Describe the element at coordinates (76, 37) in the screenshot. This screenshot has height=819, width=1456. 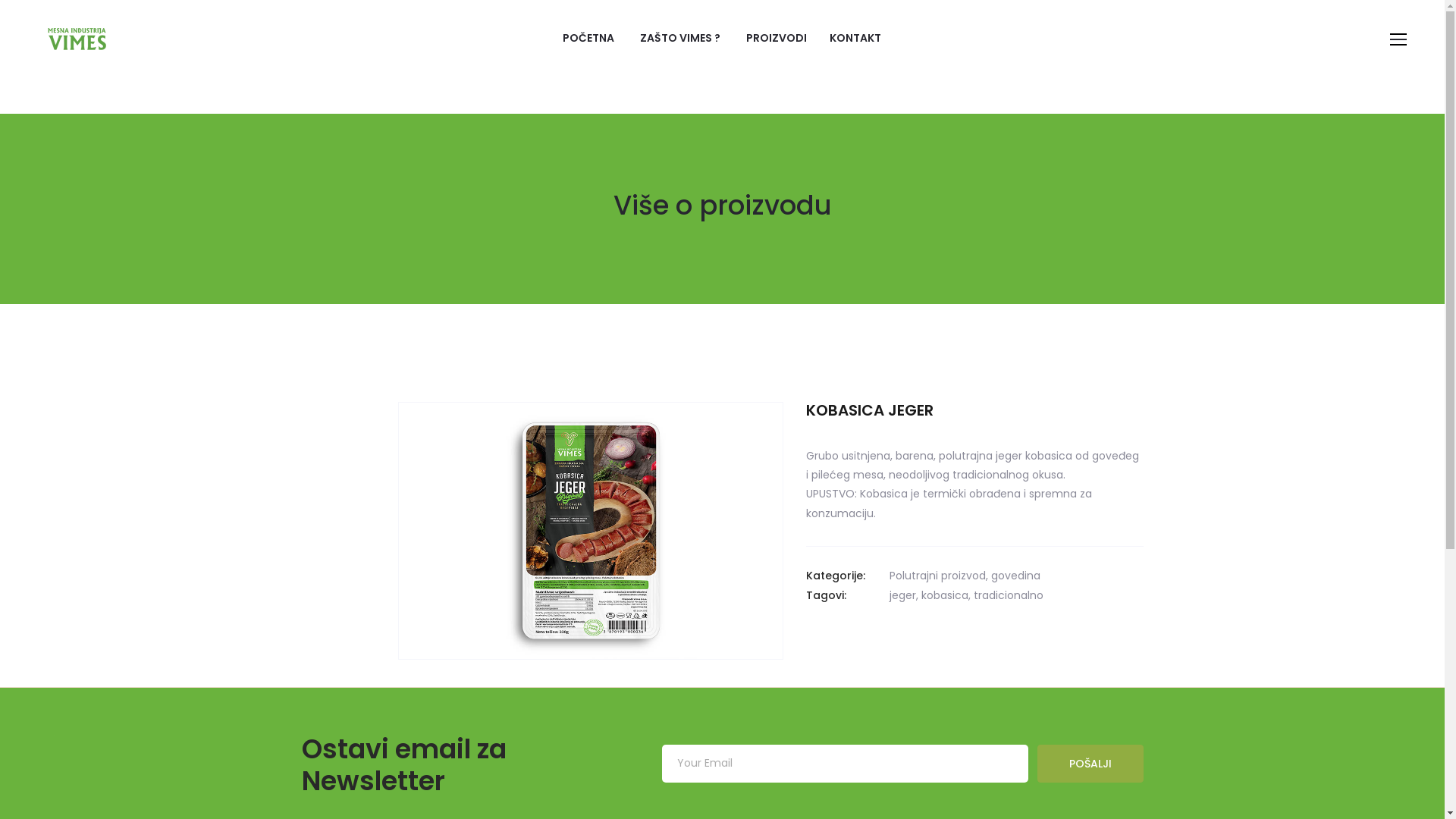
I see `'Vimes mesna industrija'` at that location.